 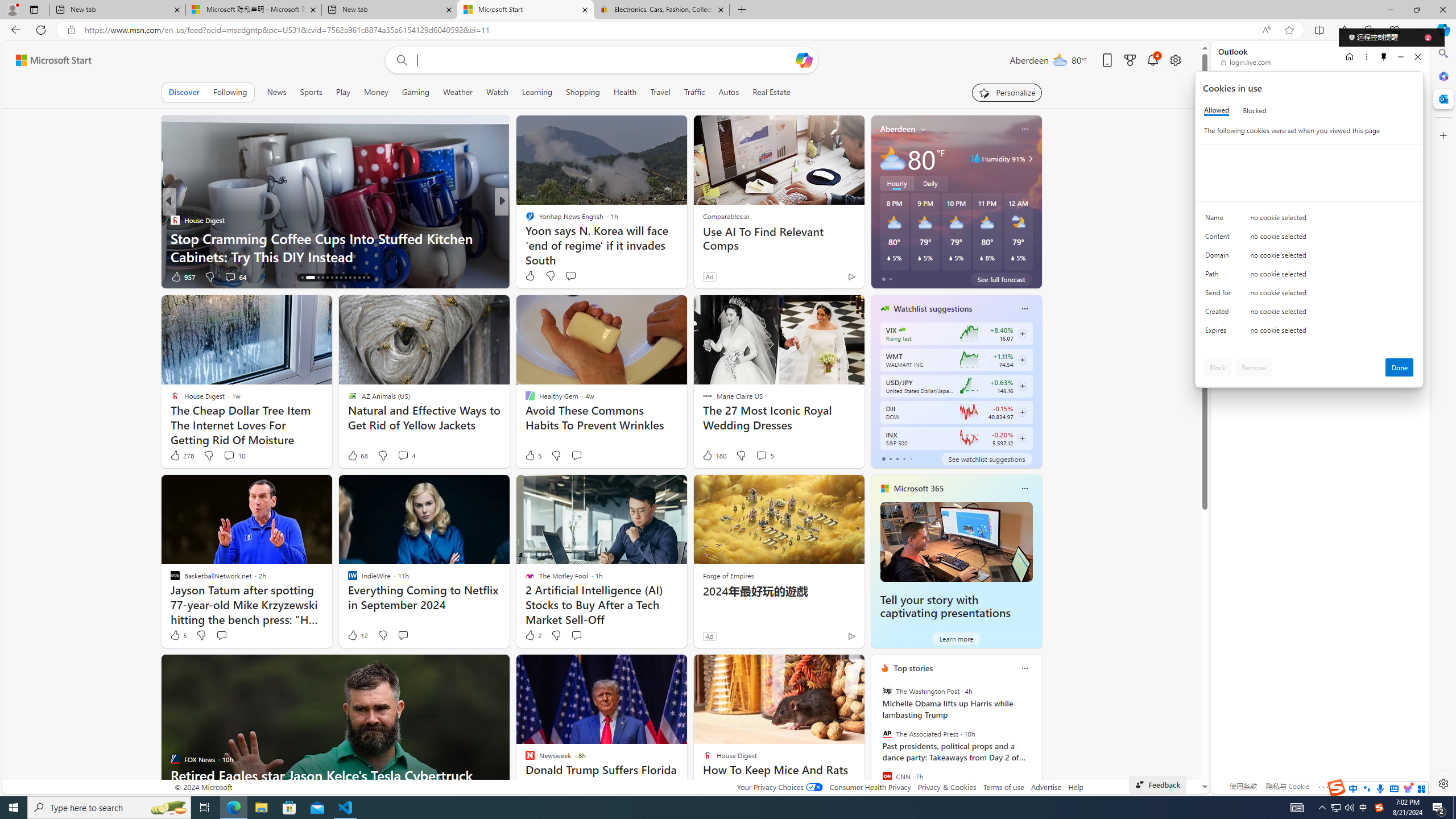 What do you see at coordinates (580, 276) in the screenshot?
I see `'View comments 141 Comment'` at bounding box center [580, 276].